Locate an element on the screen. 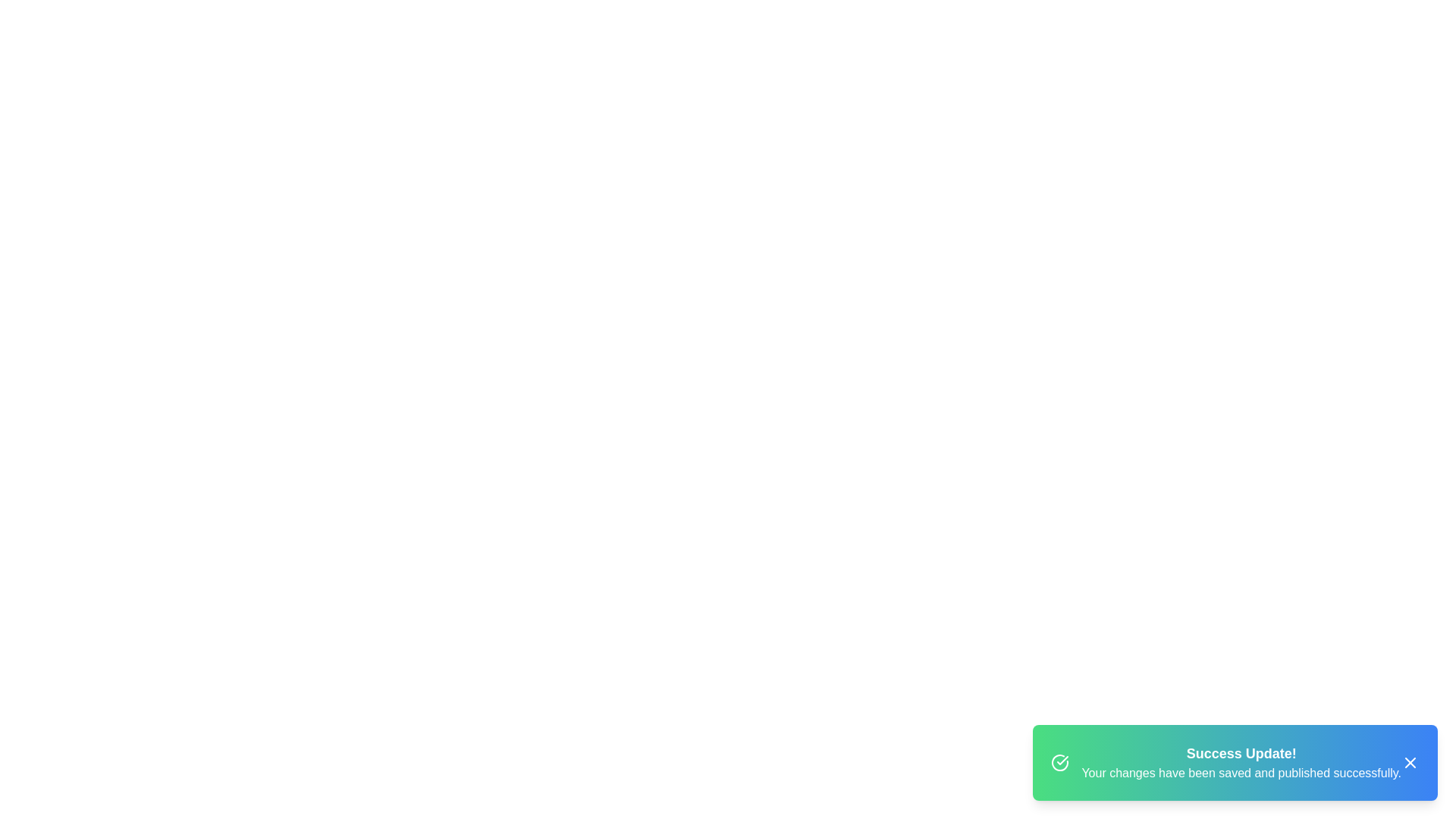 The width and height of the screenshot is (1456, 819). the close button of the Snackbar to dismiss it is located at coordinates (1410, 763).